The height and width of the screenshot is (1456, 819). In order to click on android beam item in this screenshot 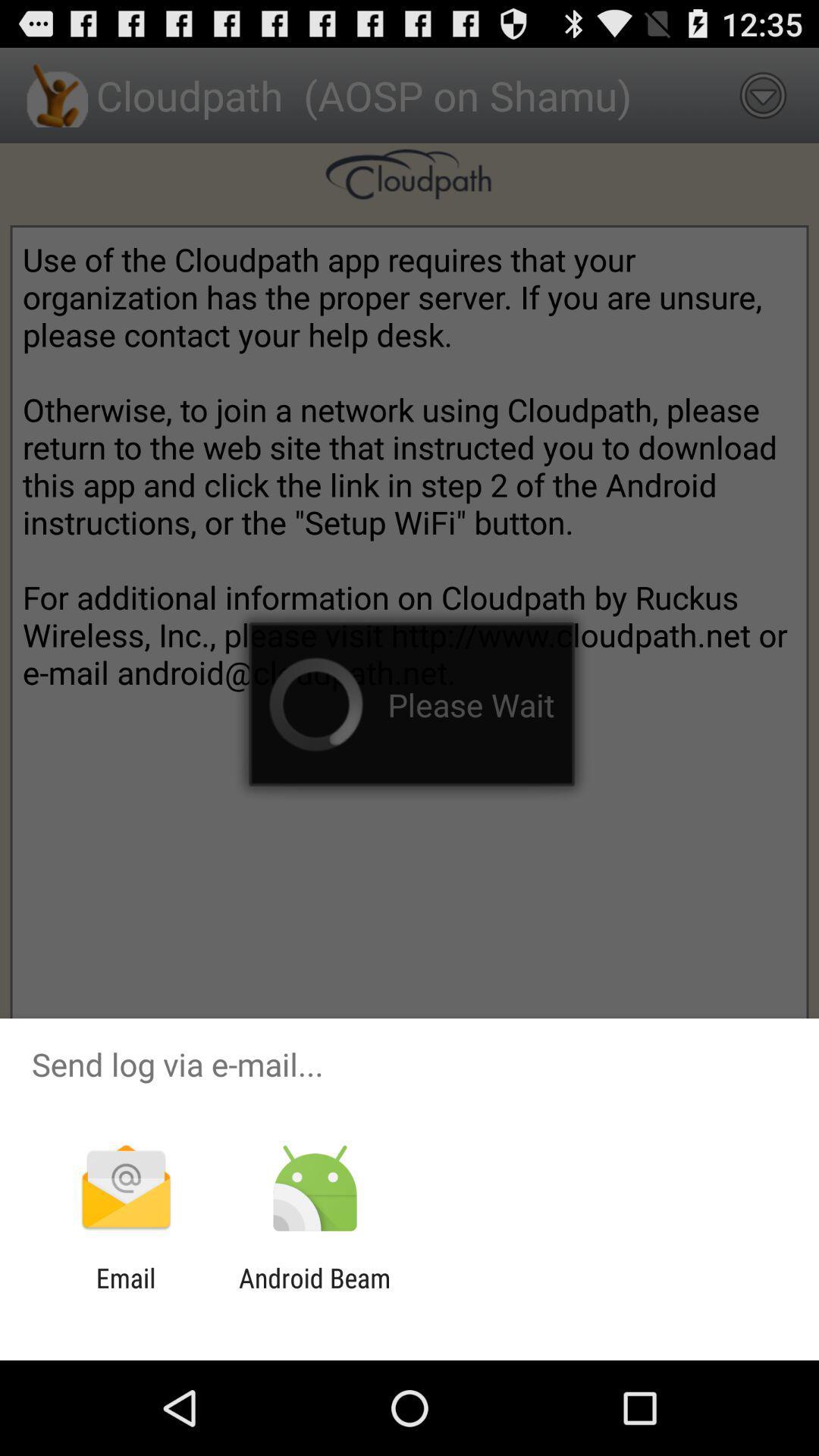, I will do `click(314, 1293)`.